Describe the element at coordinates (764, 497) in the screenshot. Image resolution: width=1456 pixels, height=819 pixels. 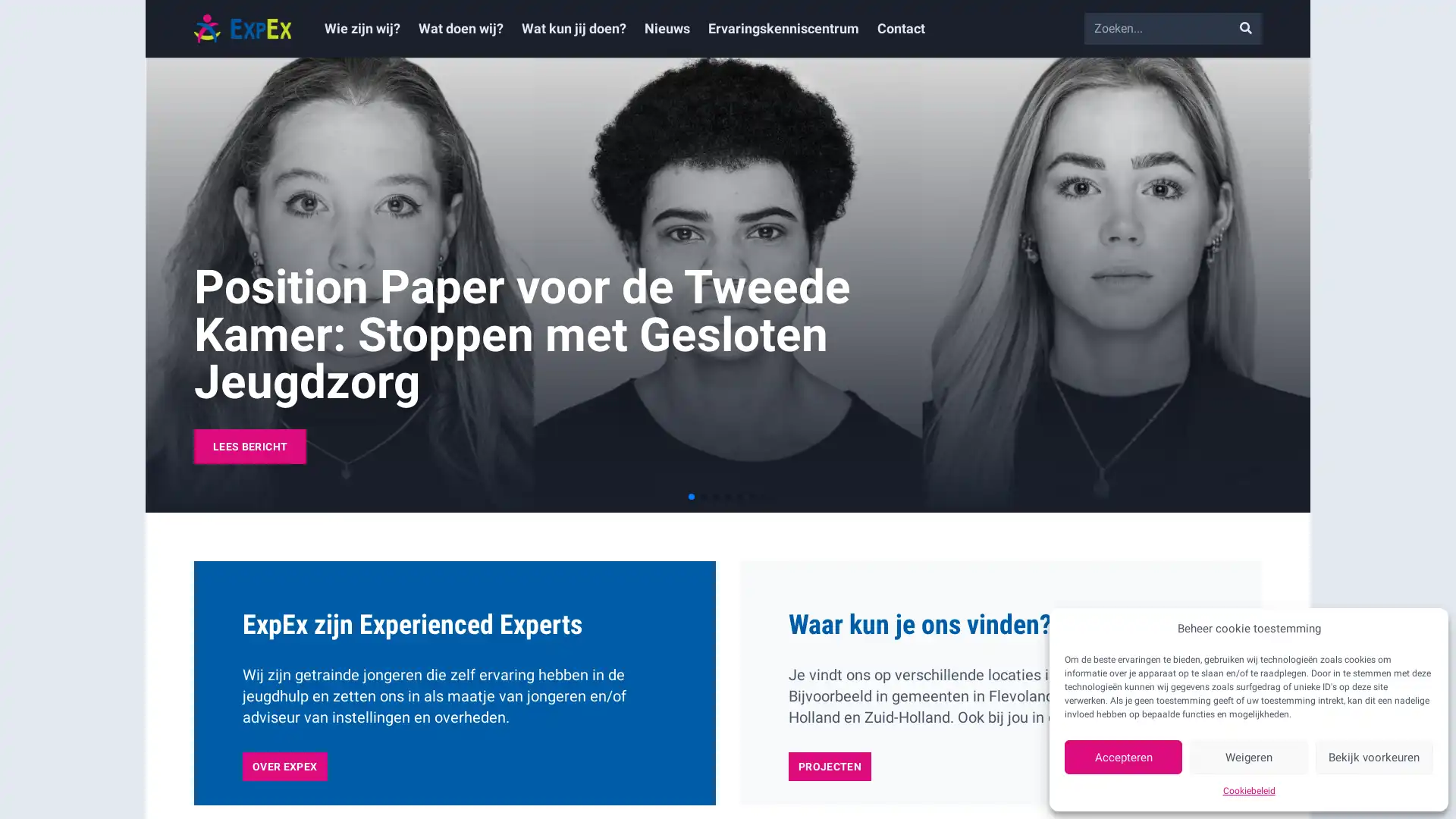
I see `Go to slide 7` at that location.